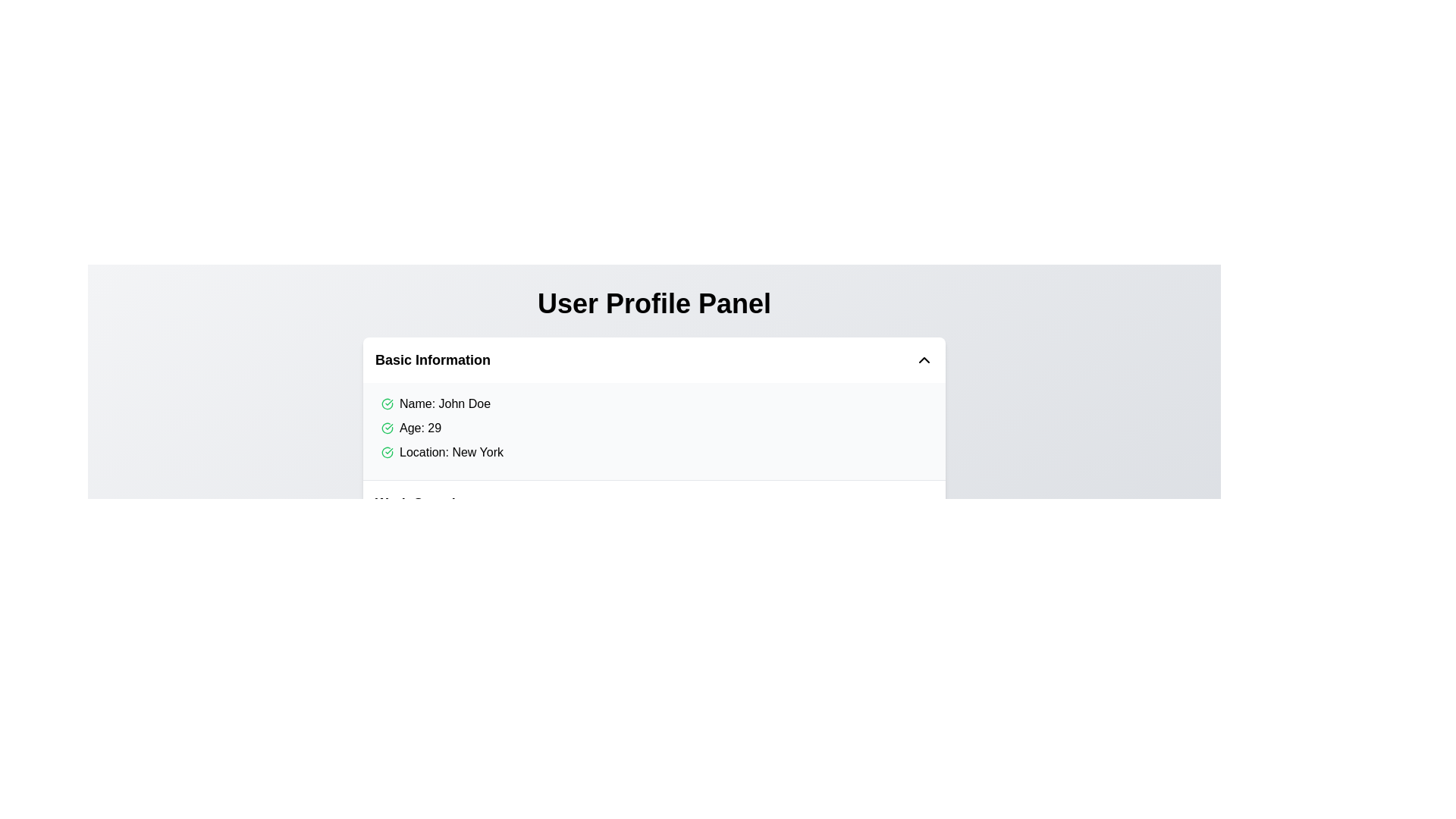 This screenshot has height=819, width=1456. What do you see at coordinates (924, 359) in the screenshot?
I see `the chevron arrow icon located at the far-right edge of the 'Basic Information' section` at bounding box center [924, 359].